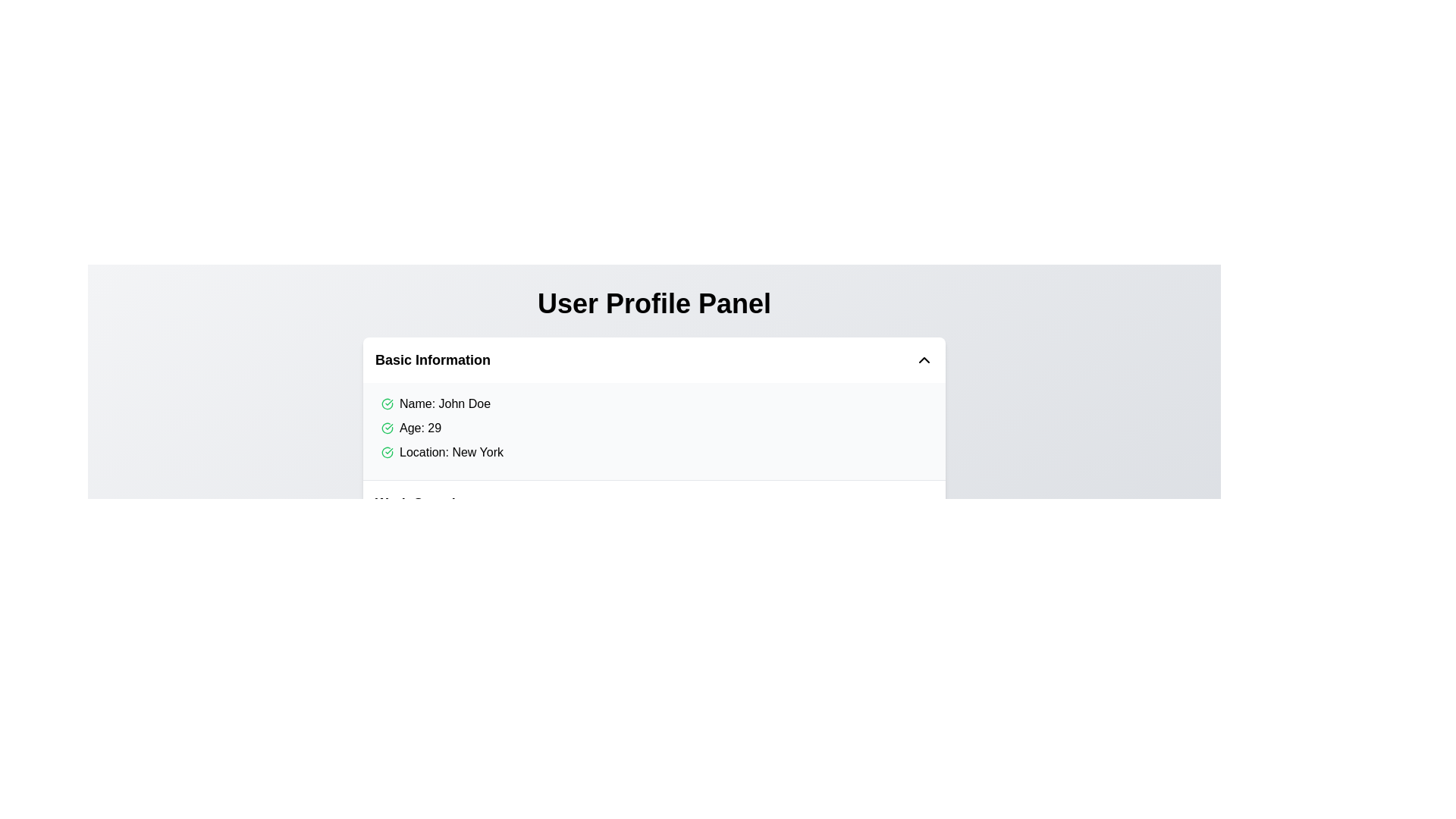 This screenshot has height=819, width=1456. What do you see at coordinates (924, 359) in the screenshot?
I see `the chevron arrow icon located at the far-right edge of the 'Basic Information' section` at bounding box center [924, 359].